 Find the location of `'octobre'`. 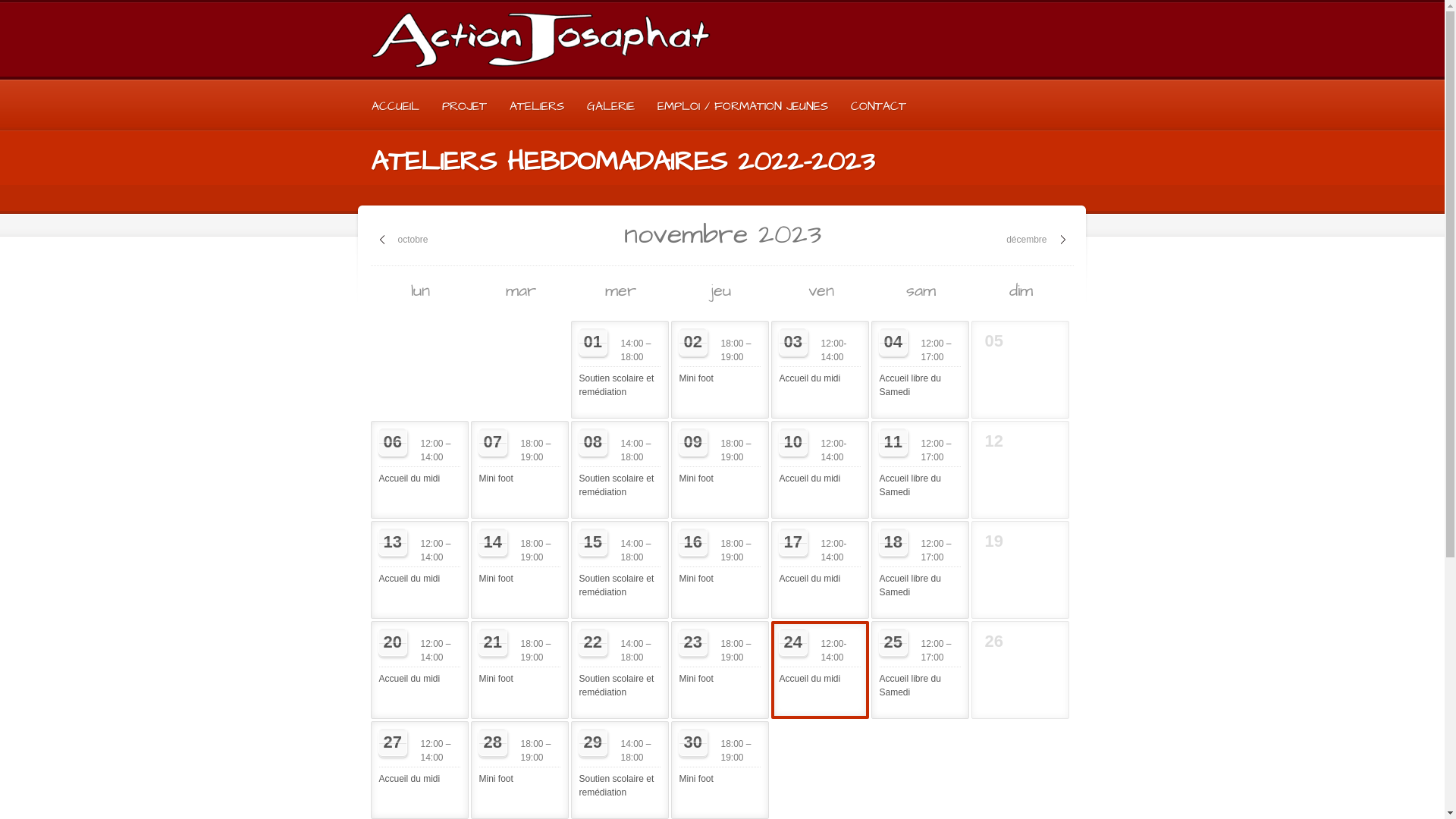

'octobre' is located at coordinates (403, 239).